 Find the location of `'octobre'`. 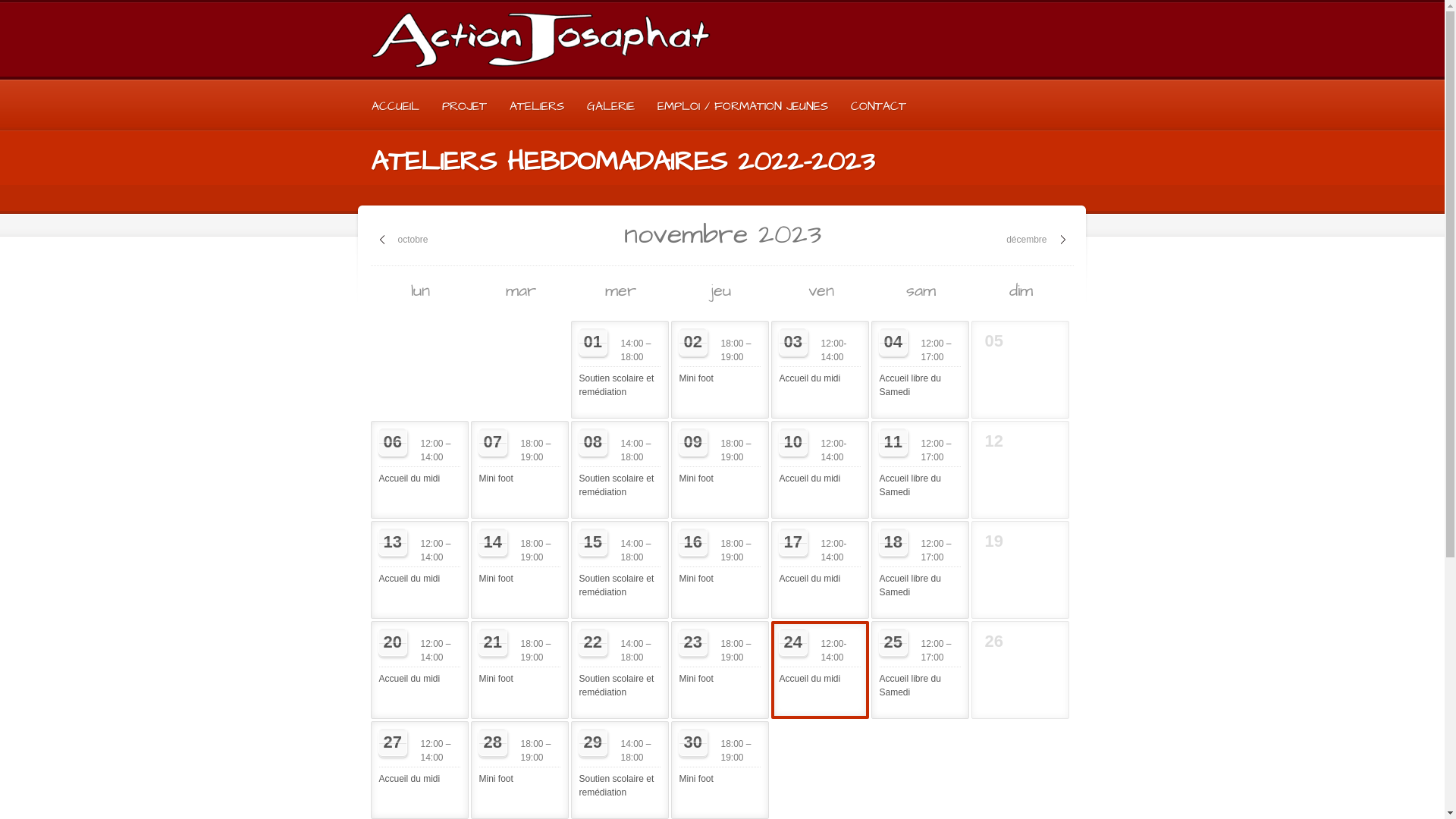

'octobre' is located at coordinates (403, 239).